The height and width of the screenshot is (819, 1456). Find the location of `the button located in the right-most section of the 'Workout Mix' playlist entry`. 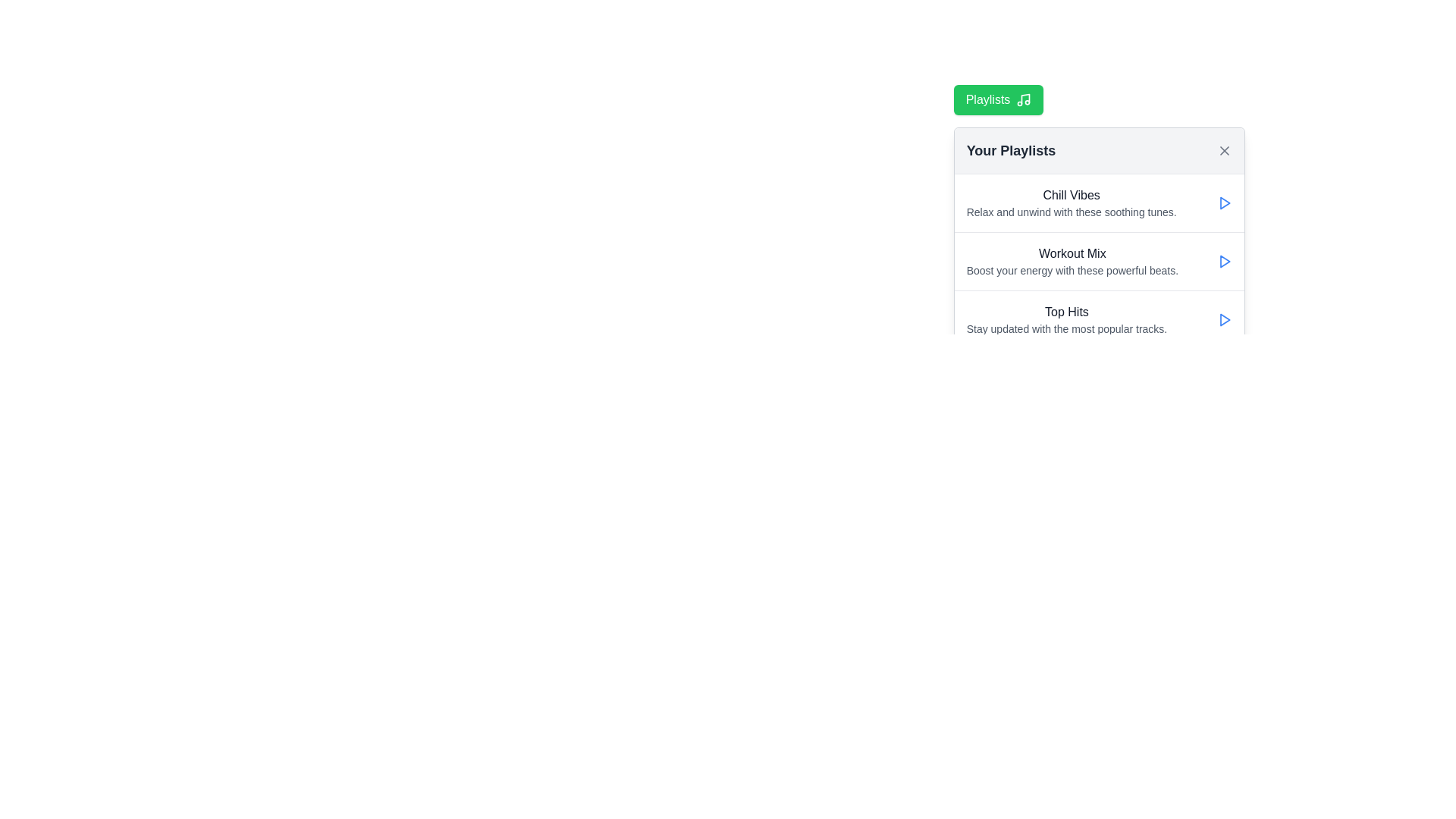

the button located in the right-most section of the 'Workout Mix' playlist entry is located at coordinates (1224, 260).